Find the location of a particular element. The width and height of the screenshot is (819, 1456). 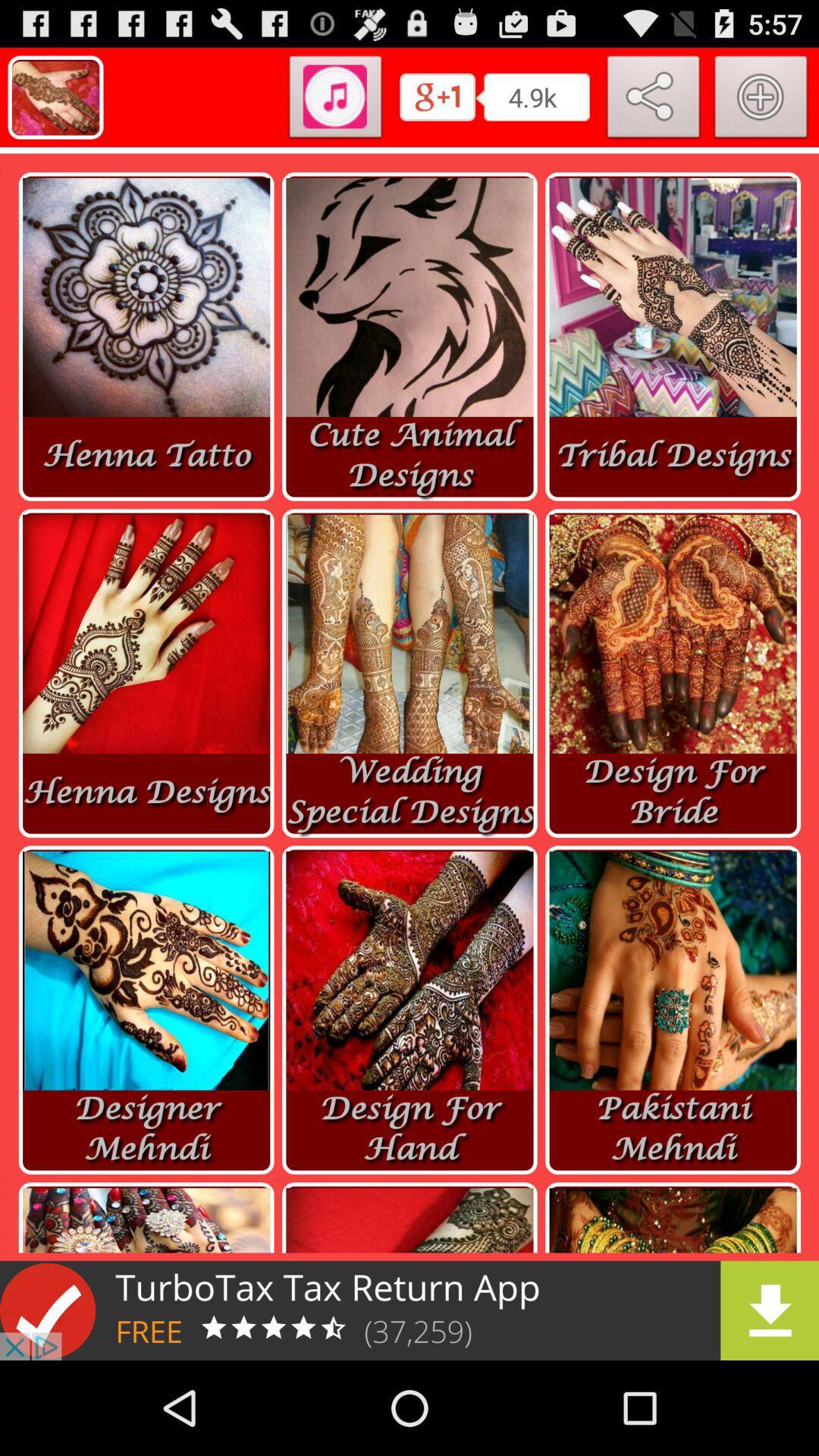

downloading is located at coordinates (409, 1310).